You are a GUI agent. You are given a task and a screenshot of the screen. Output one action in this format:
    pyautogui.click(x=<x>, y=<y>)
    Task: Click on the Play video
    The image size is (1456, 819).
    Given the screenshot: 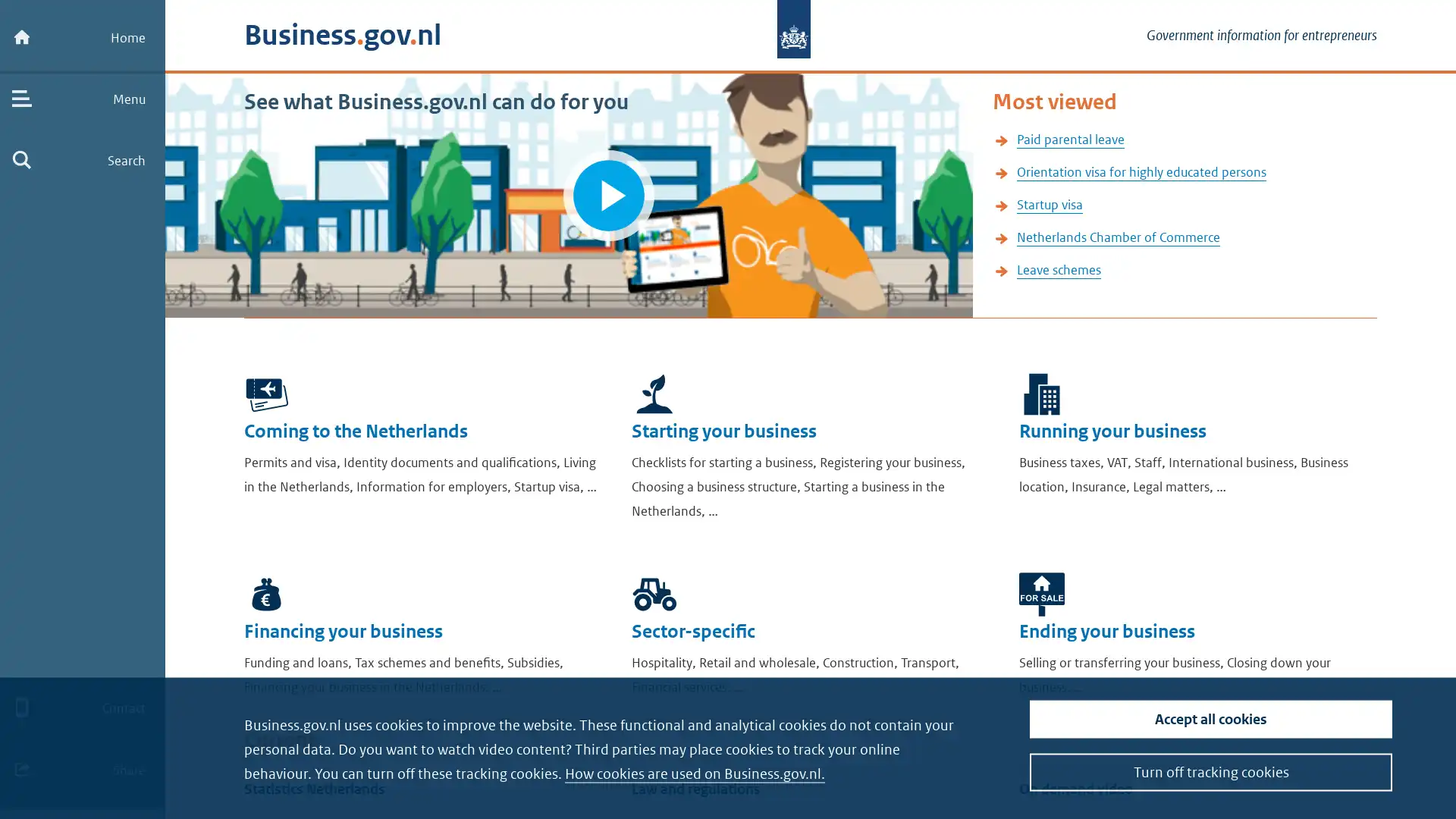 What is the action you would take?
    pyautogui.click(x=607, y=195)
    